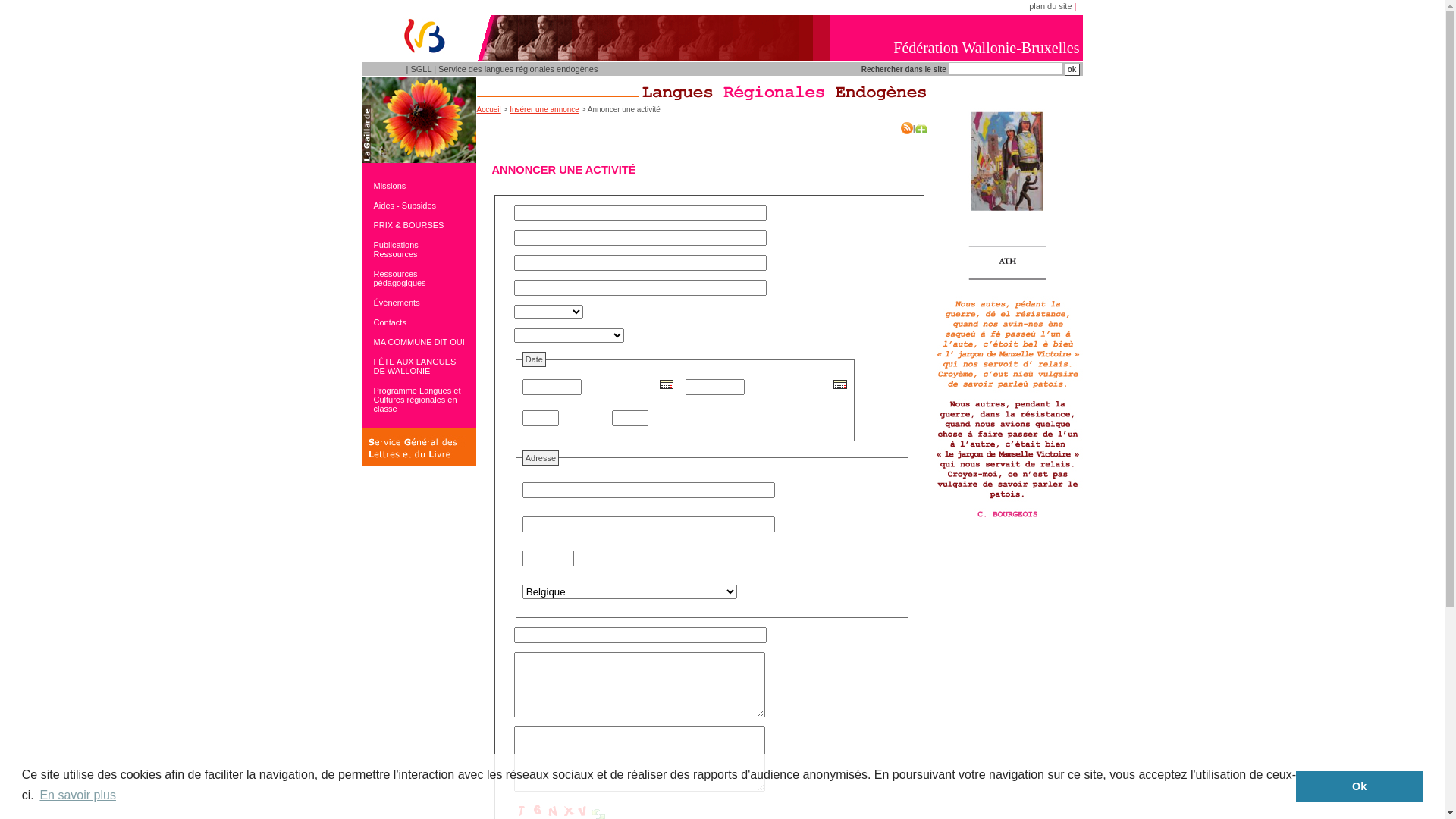 The width and height of the screenshot is (1456, 819). Describe the element at coordinates (362, 205) in the screenshot. I see `'Aides - Subsides'` at that location.